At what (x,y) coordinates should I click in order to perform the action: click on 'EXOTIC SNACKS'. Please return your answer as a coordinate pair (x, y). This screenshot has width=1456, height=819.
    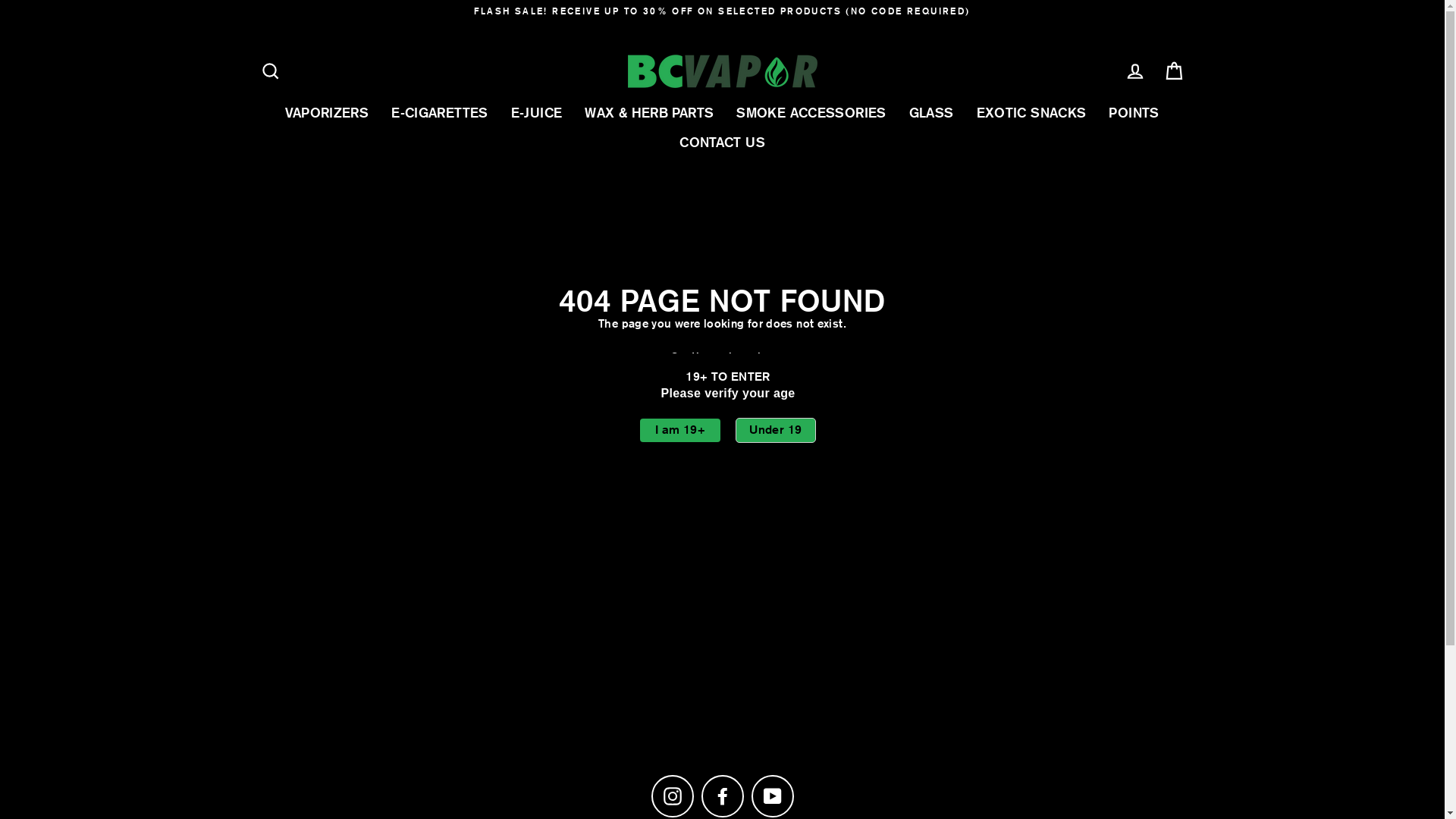
    Looking at the image, I should click on (964, 111).